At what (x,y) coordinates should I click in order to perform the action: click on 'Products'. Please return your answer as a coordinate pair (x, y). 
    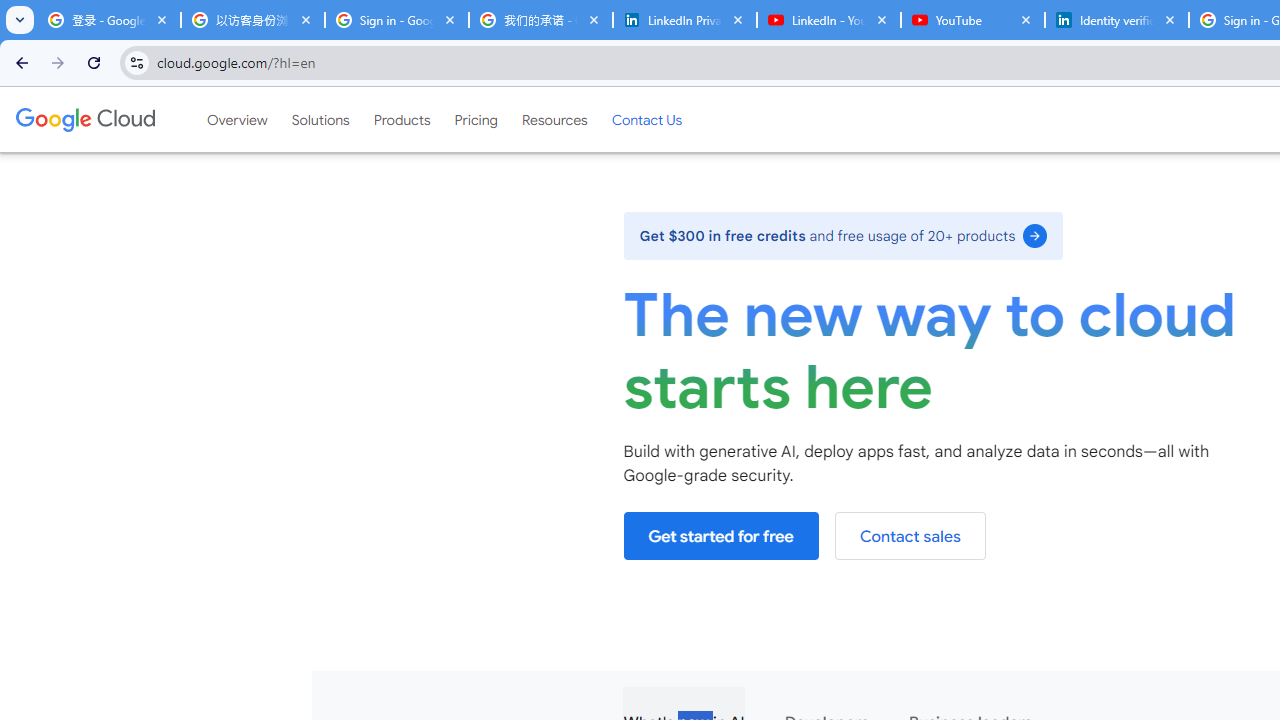
    Looking at the image, I should click on (400, 119).